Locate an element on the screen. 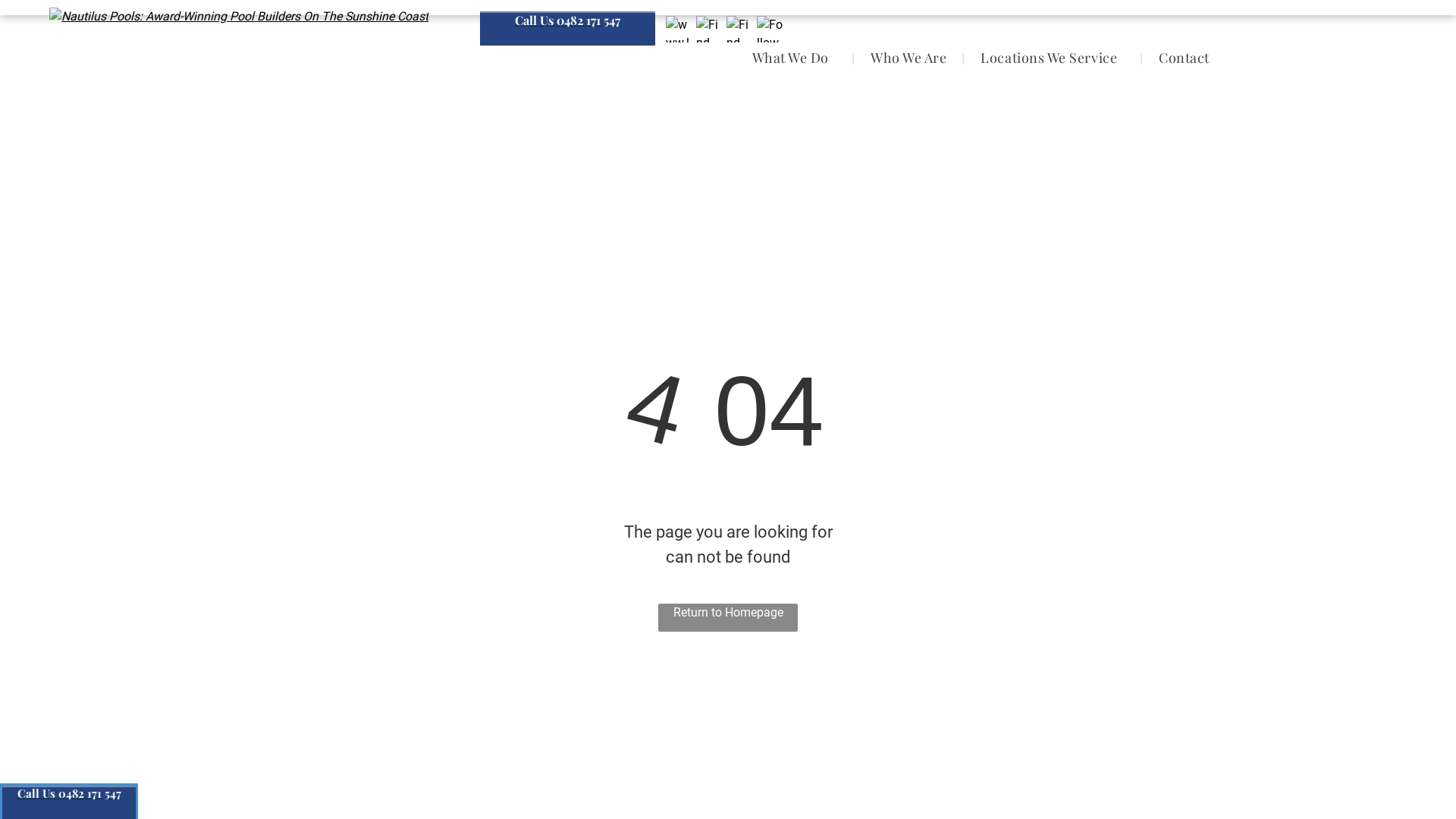 Image resolution: width=1456 pixels, height=819 pixels. 'Find Us On GMB' is located at coordinates (726, 29).